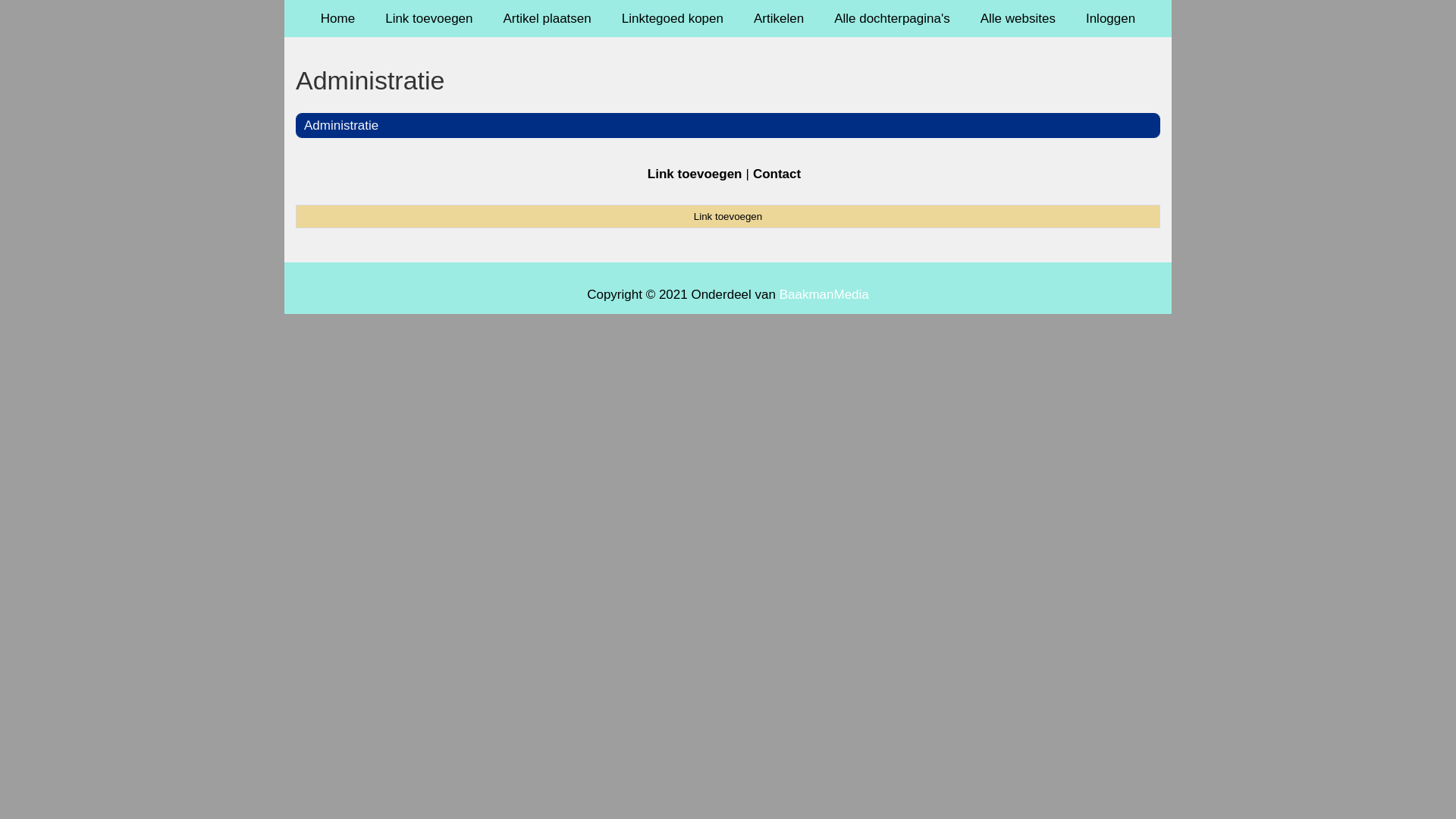  I want to click on 'Inloggen', so click(1110, 18).